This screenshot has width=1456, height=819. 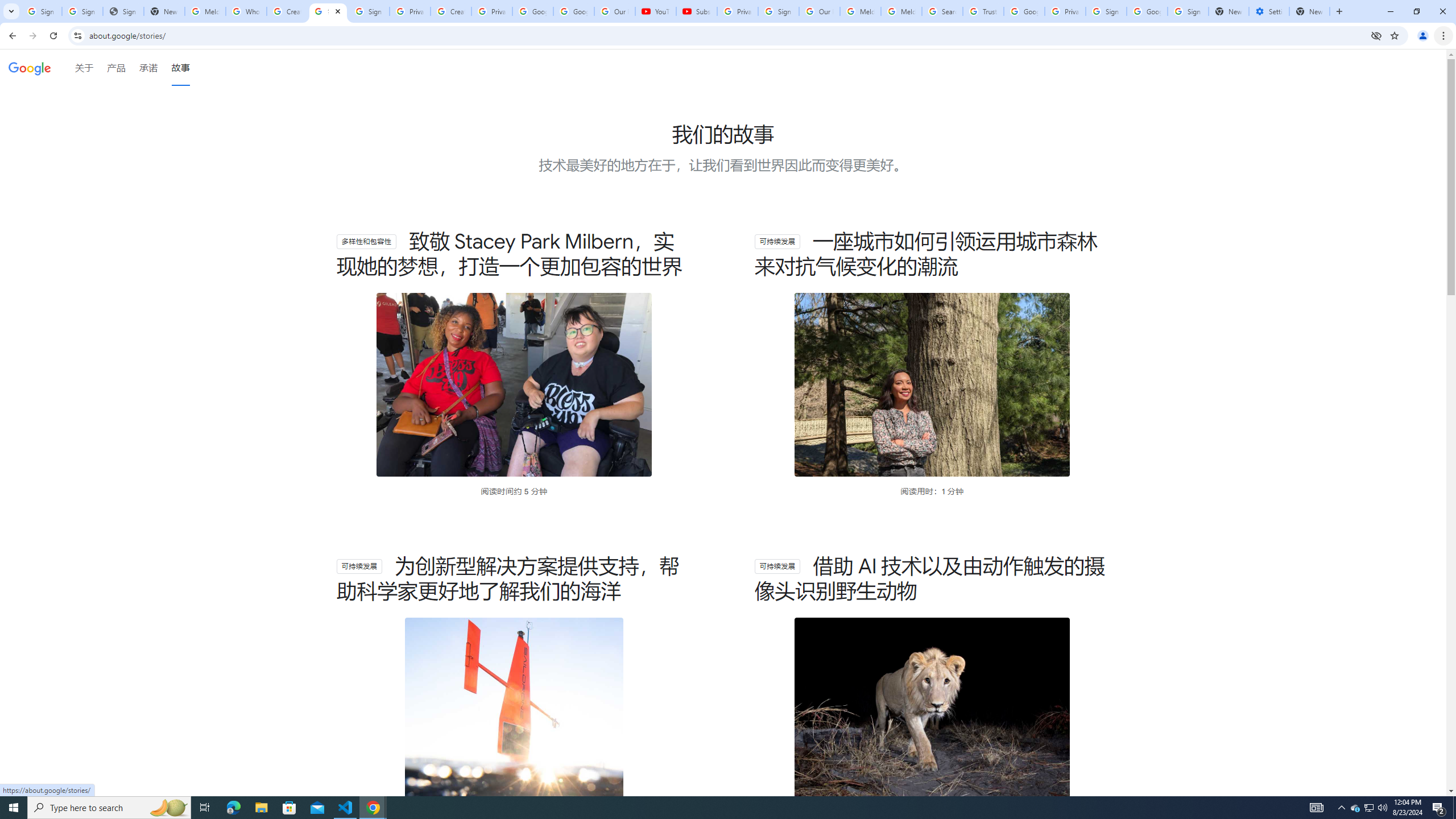 I want to click on 'Sign in - Google Accounts', so click(x=1106, y=11).